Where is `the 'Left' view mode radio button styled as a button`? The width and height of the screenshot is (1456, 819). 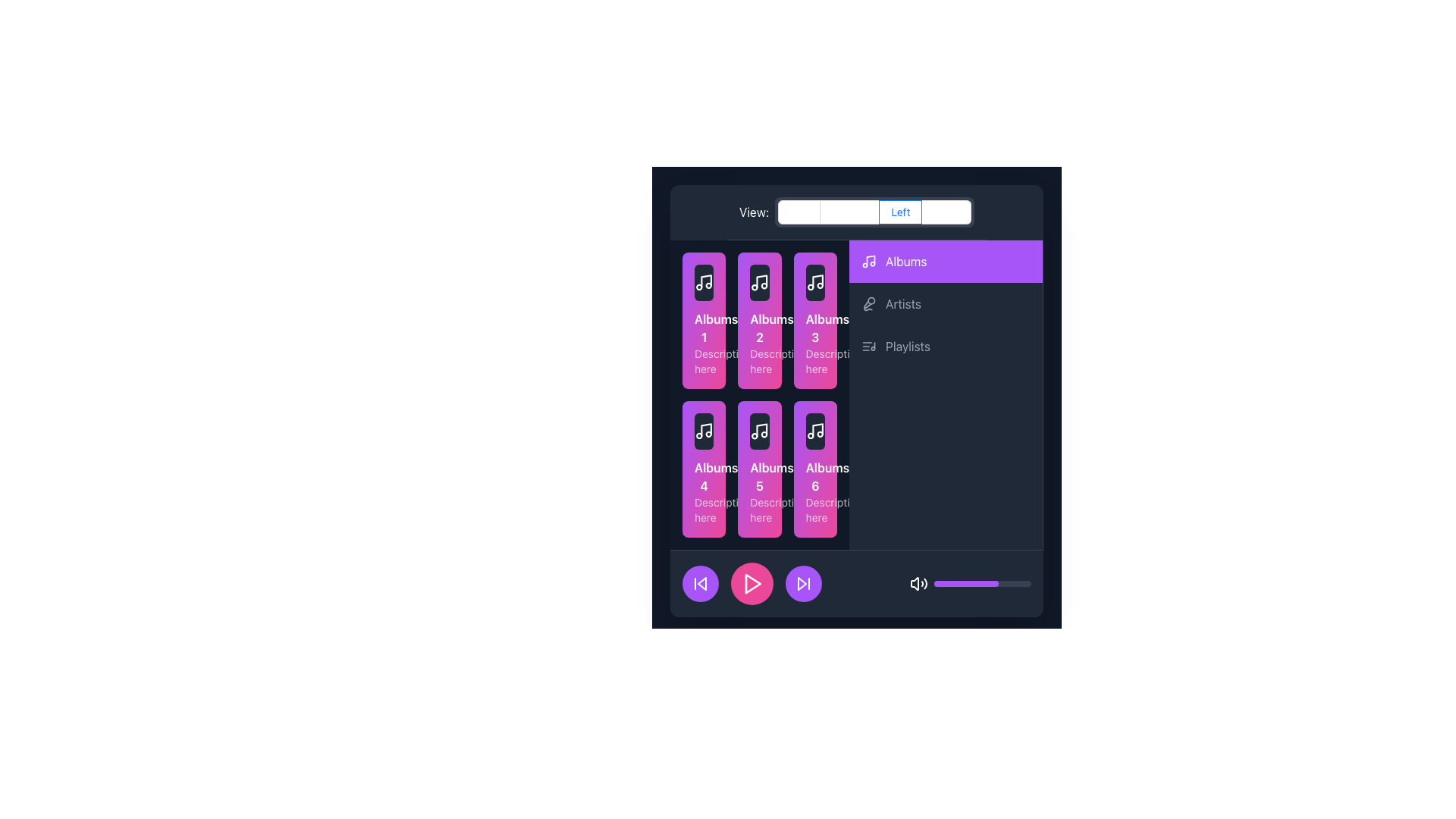 the 'Left' view mode radio button styled as a button is located at coordinates (900, 212).